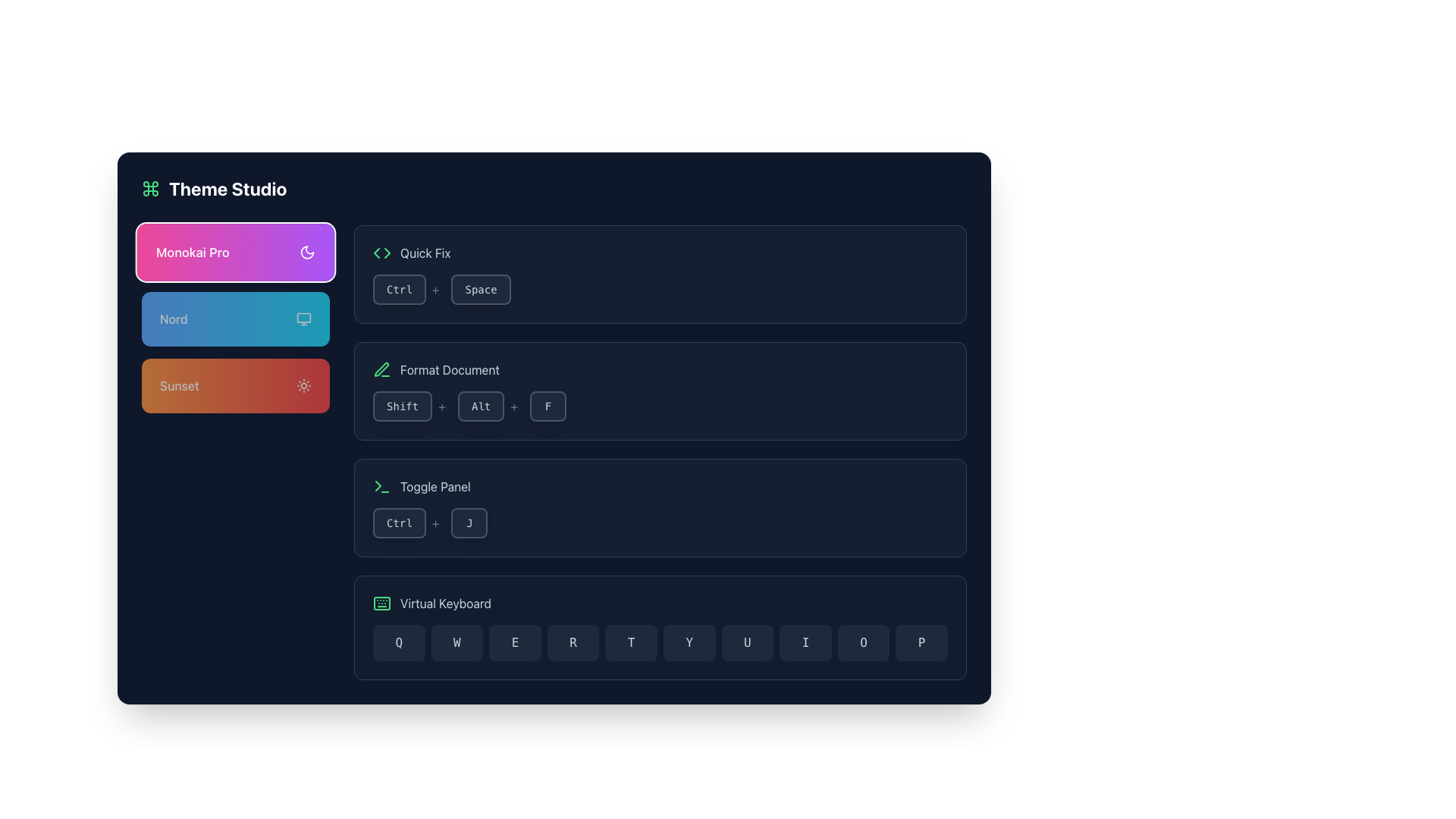 The image size is (1456, 819). I want to click on text label displaying 'Toggle Panel' in light gray color, located in the bottom half of the dark-themed interface at the specified coordinates, so click(435, 486).